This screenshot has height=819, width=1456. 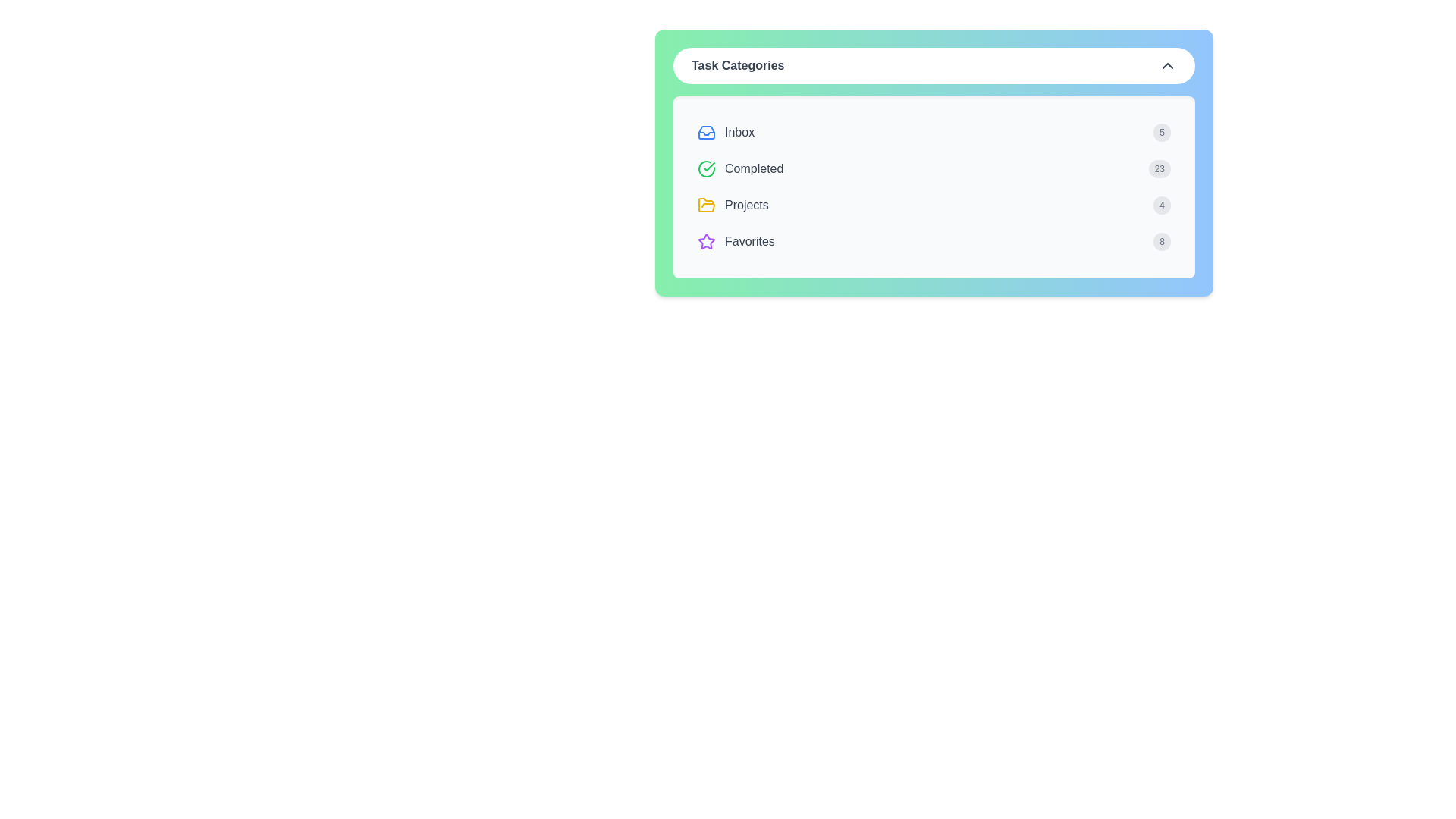 What do you see at coordinates (1159, 169) in the screenshot?
I see `the small circular badge with a light gray background and dark gray text displaying the number '23', positioned in the rightmost position within the 'Completed' section of the layout` at bounding box center [1159, 169].